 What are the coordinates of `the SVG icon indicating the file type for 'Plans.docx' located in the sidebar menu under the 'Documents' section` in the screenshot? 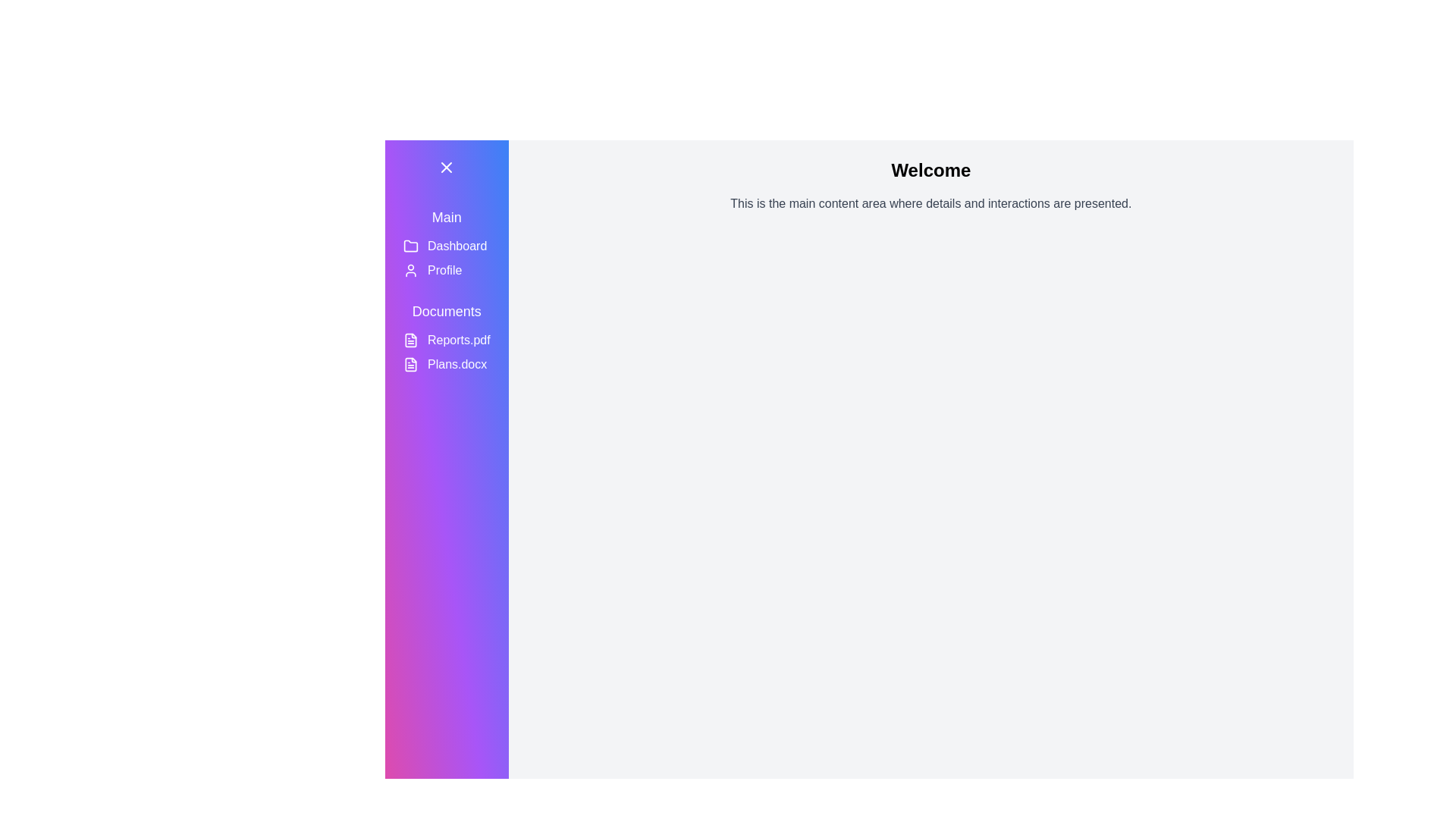 It's located at (411, 365).